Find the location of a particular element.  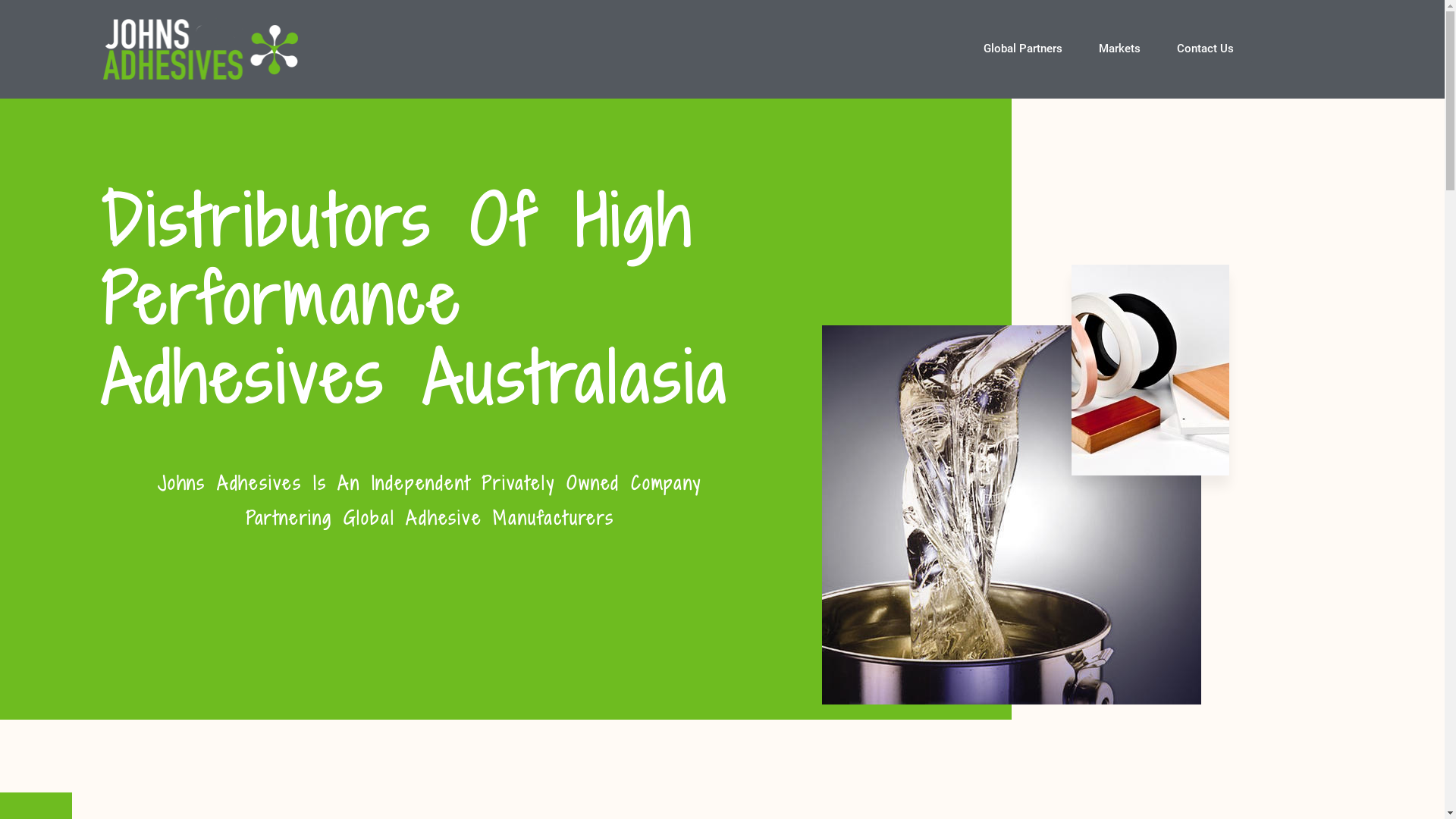

'Contact Us' is located at coordinates (1157, 48).